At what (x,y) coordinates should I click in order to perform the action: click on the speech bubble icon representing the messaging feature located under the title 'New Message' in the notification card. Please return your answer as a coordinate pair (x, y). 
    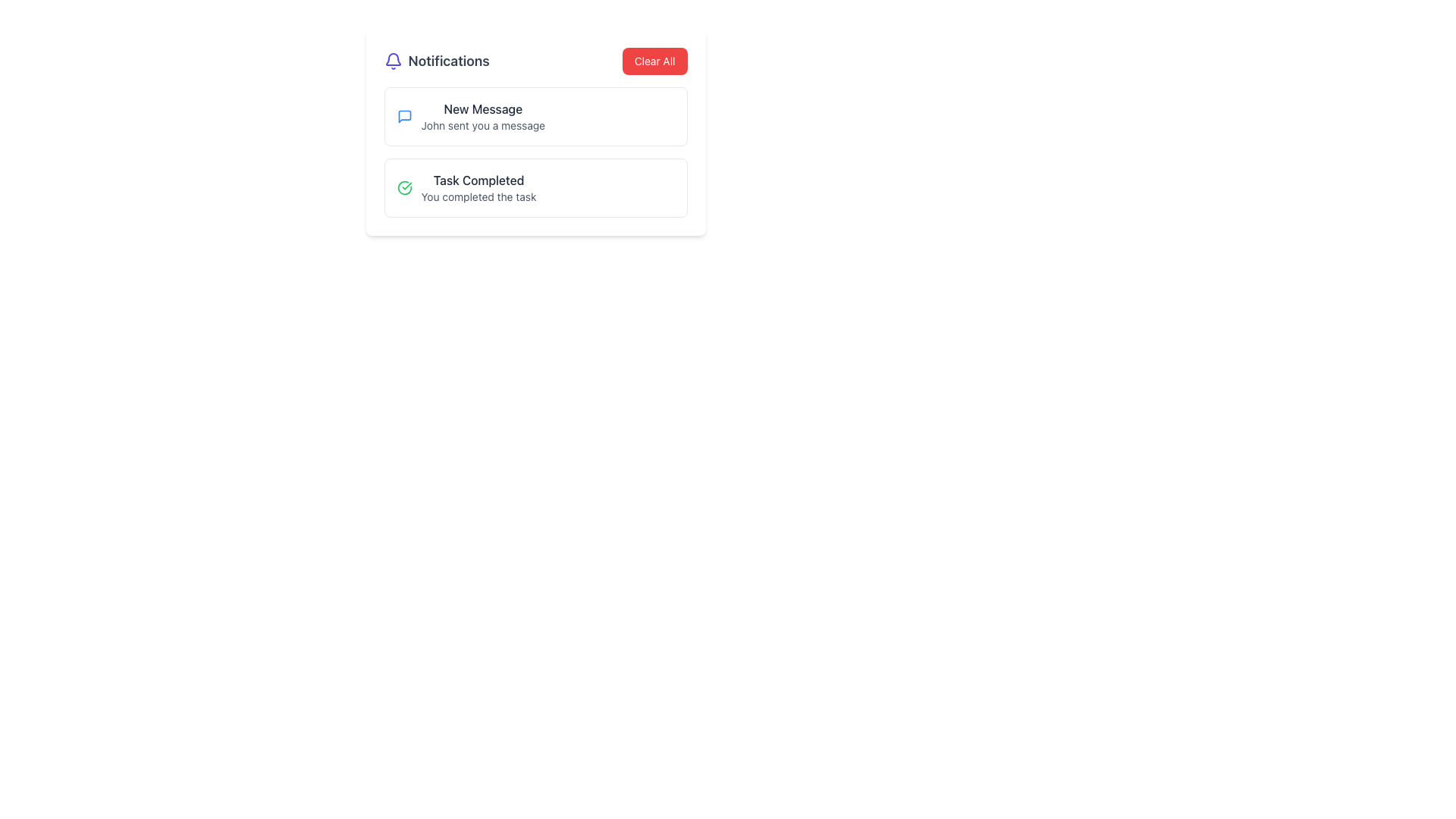
    Looking at the image, I should click on (404, 116).